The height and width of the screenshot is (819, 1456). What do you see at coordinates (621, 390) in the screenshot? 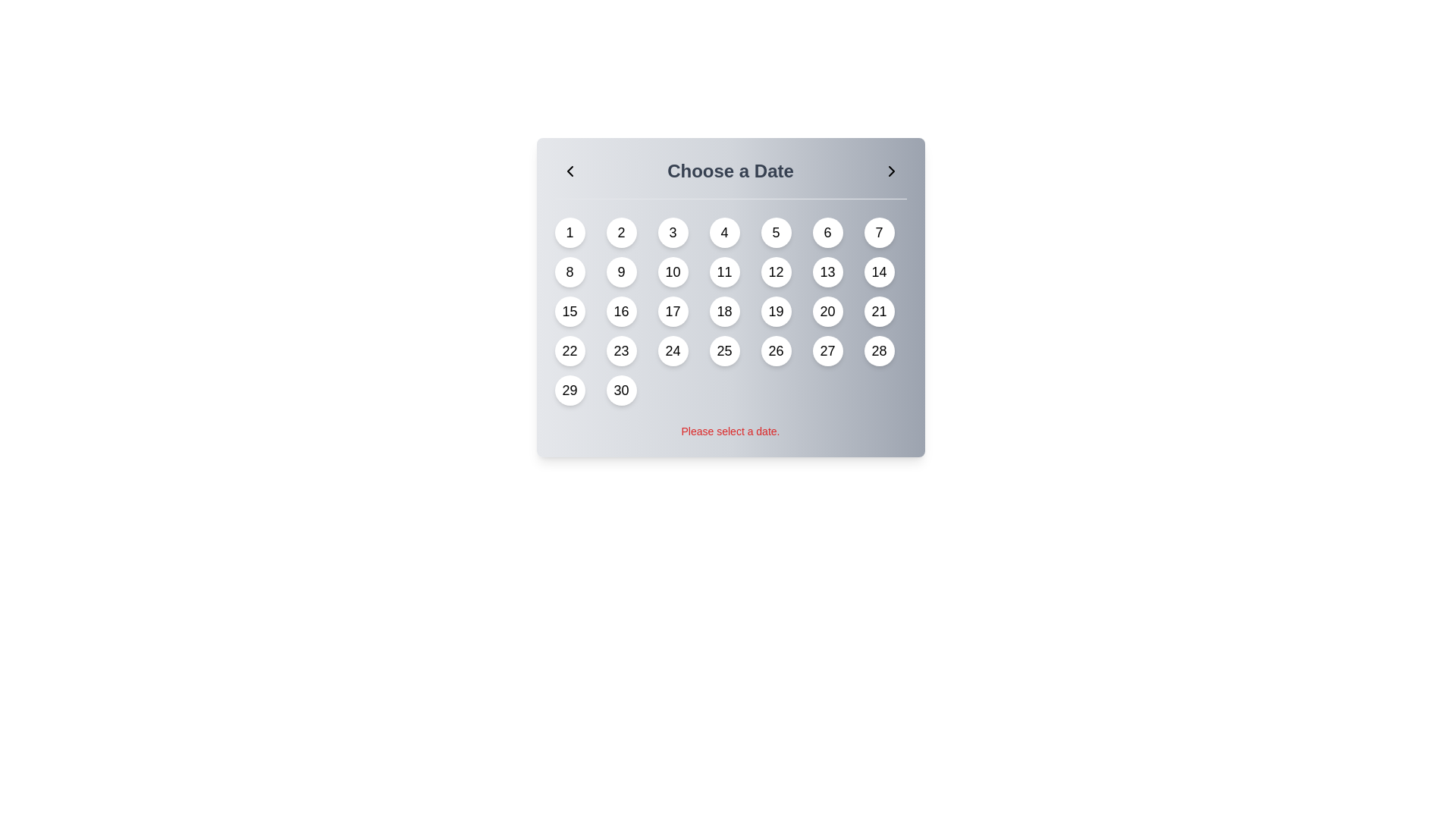
I see `the circular button with a white background and black text '30' in the date picker interface located in the fifth row and second column of the grid` at bounding box center [621, 390].